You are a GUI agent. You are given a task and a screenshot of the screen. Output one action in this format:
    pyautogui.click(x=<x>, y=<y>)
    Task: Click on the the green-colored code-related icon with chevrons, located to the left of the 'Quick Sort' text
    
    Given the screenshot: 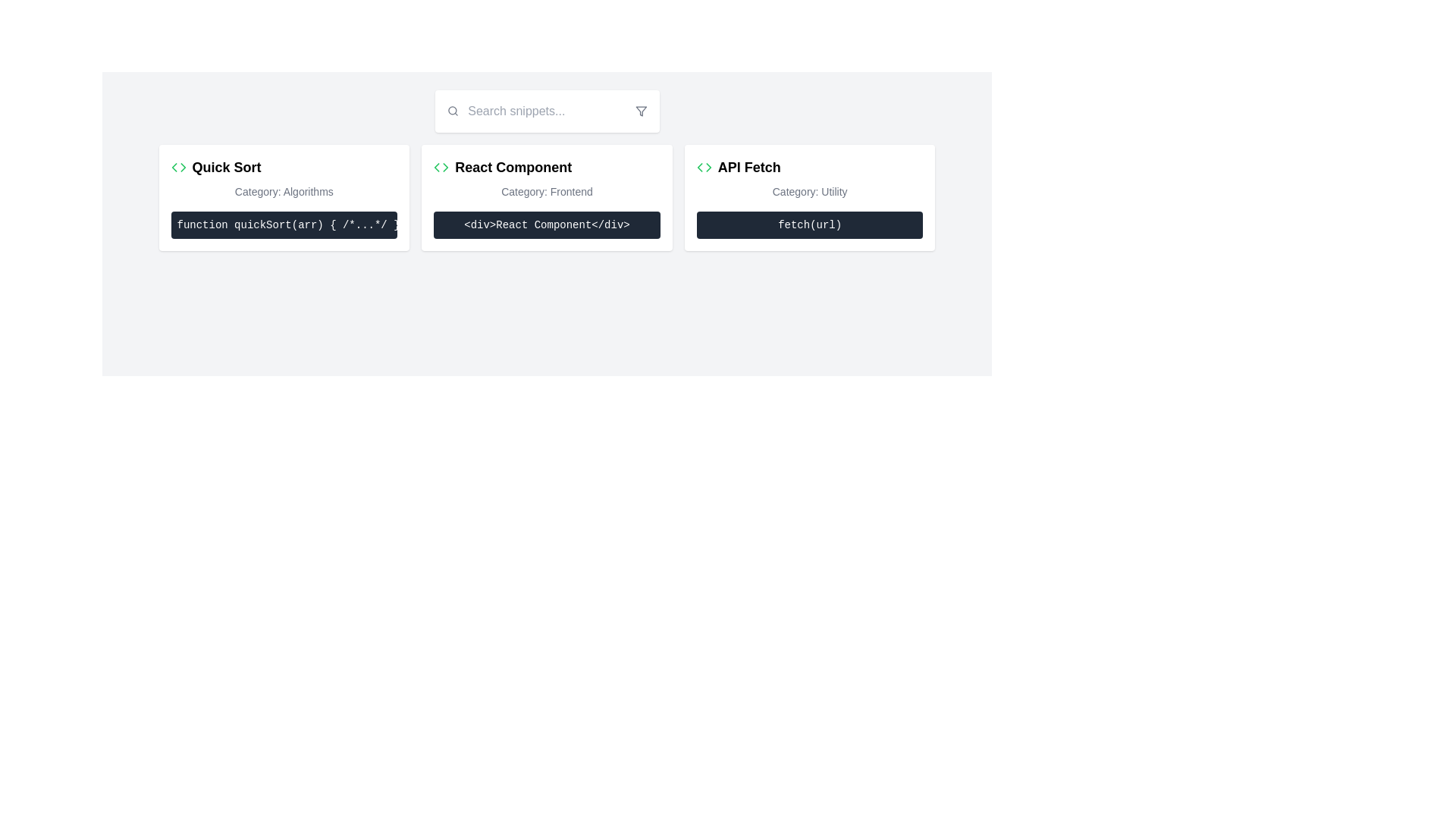 What is the action you would take?
    pyautogui.click(x=178, y=167)
    